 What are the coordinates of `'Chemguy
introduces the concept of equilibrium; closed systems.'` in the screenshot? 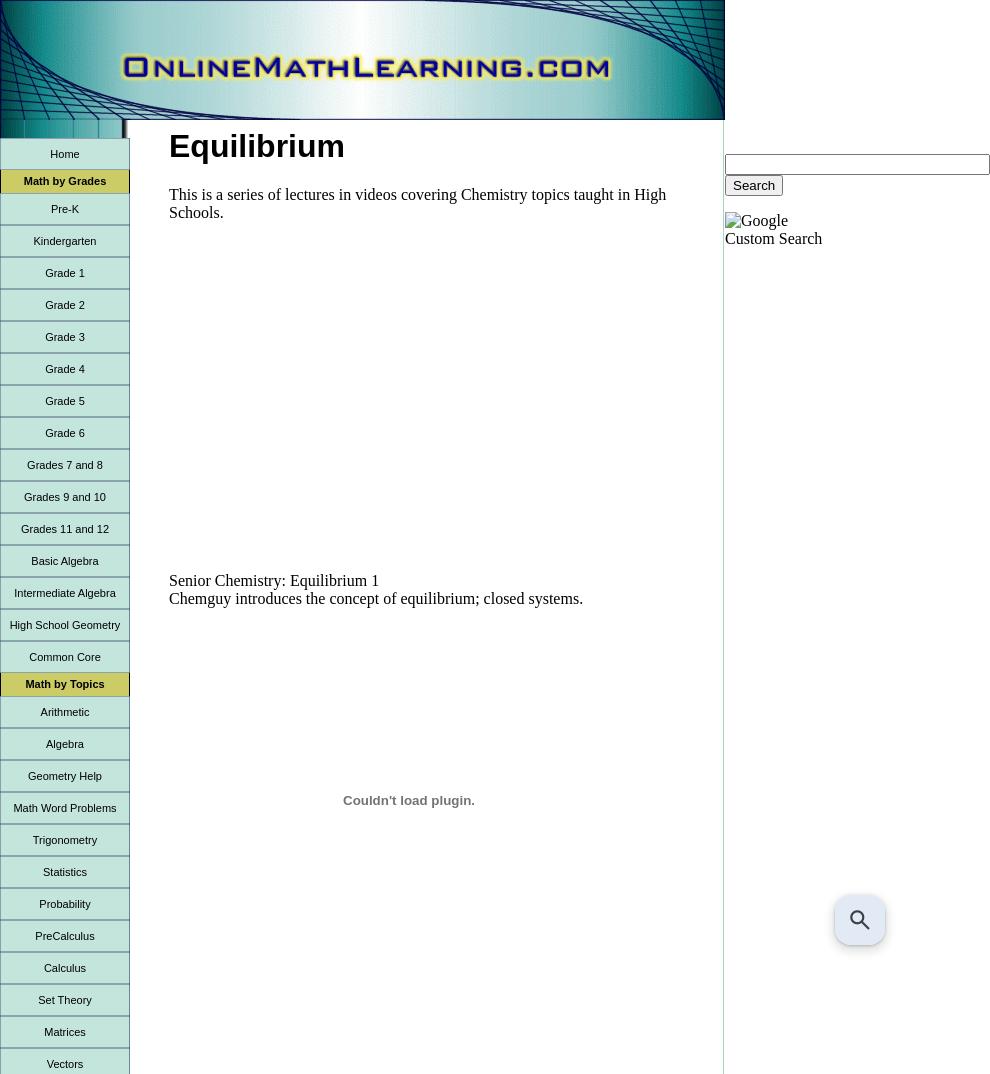 It's located at (376, 598).